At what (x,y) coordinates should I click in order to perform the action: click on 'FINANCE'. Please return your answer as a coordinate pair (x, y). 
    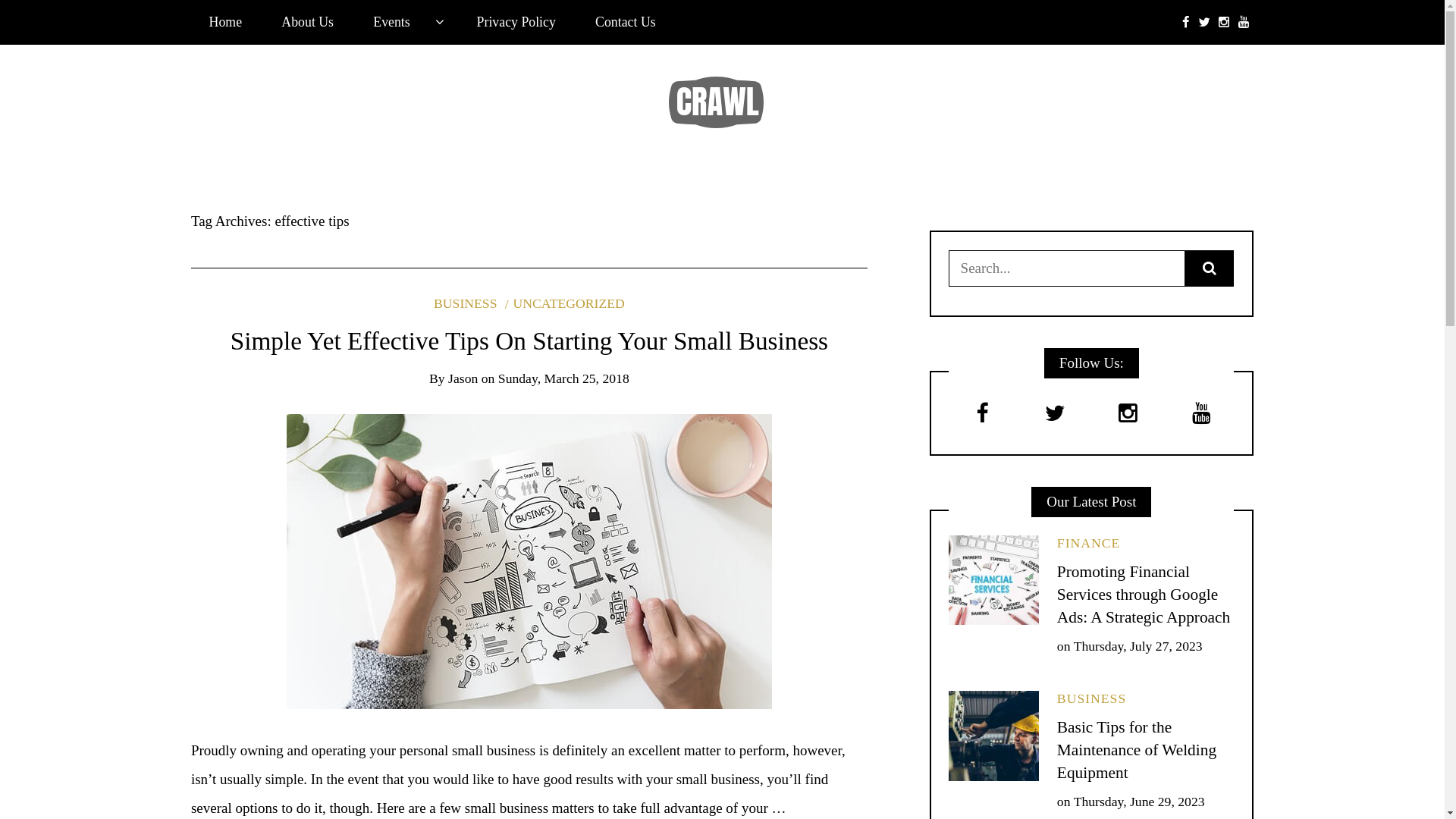
    Looking at the image, I should click on (1056, 542).